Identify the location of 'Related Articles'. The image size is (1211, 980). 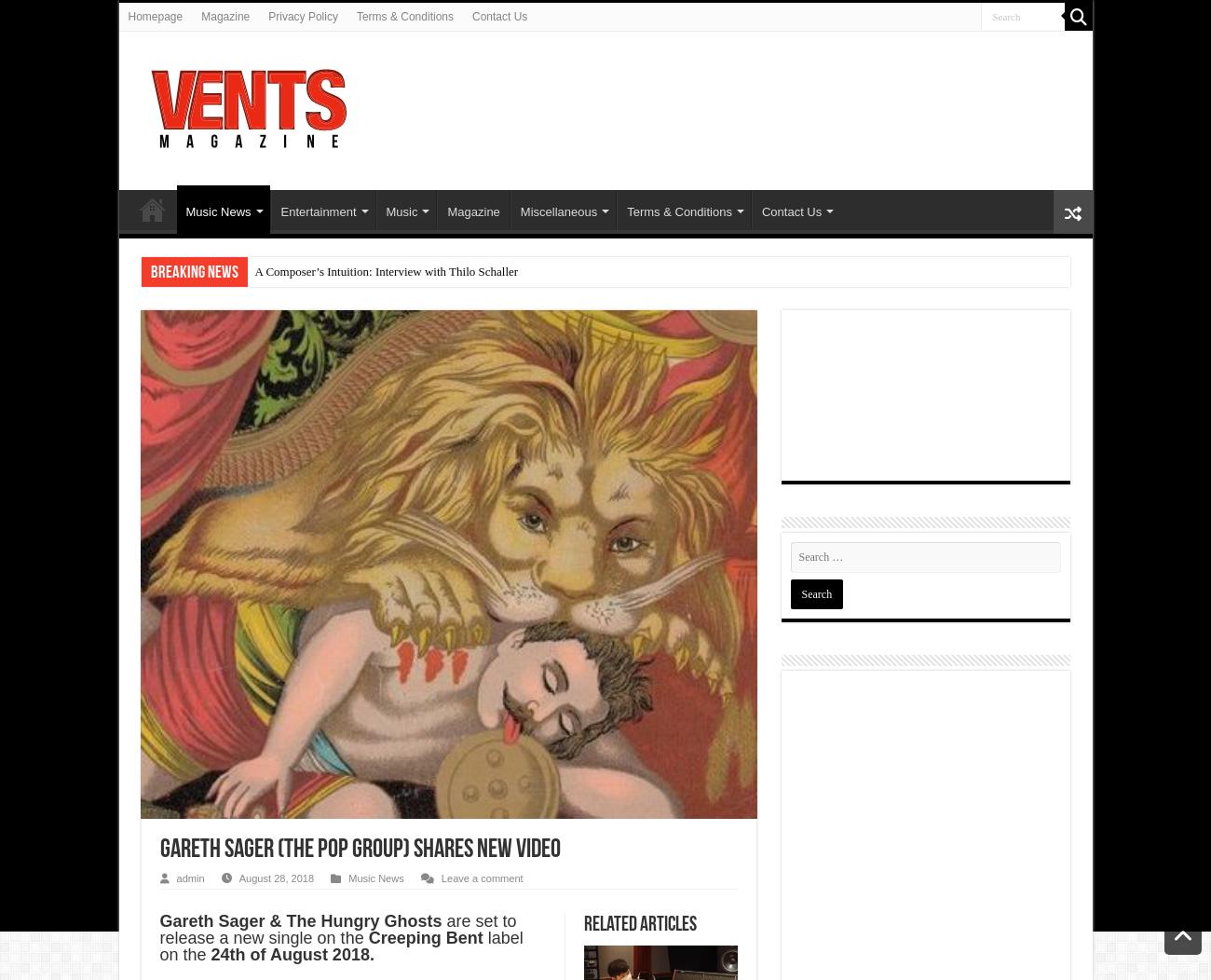
(638, 925).